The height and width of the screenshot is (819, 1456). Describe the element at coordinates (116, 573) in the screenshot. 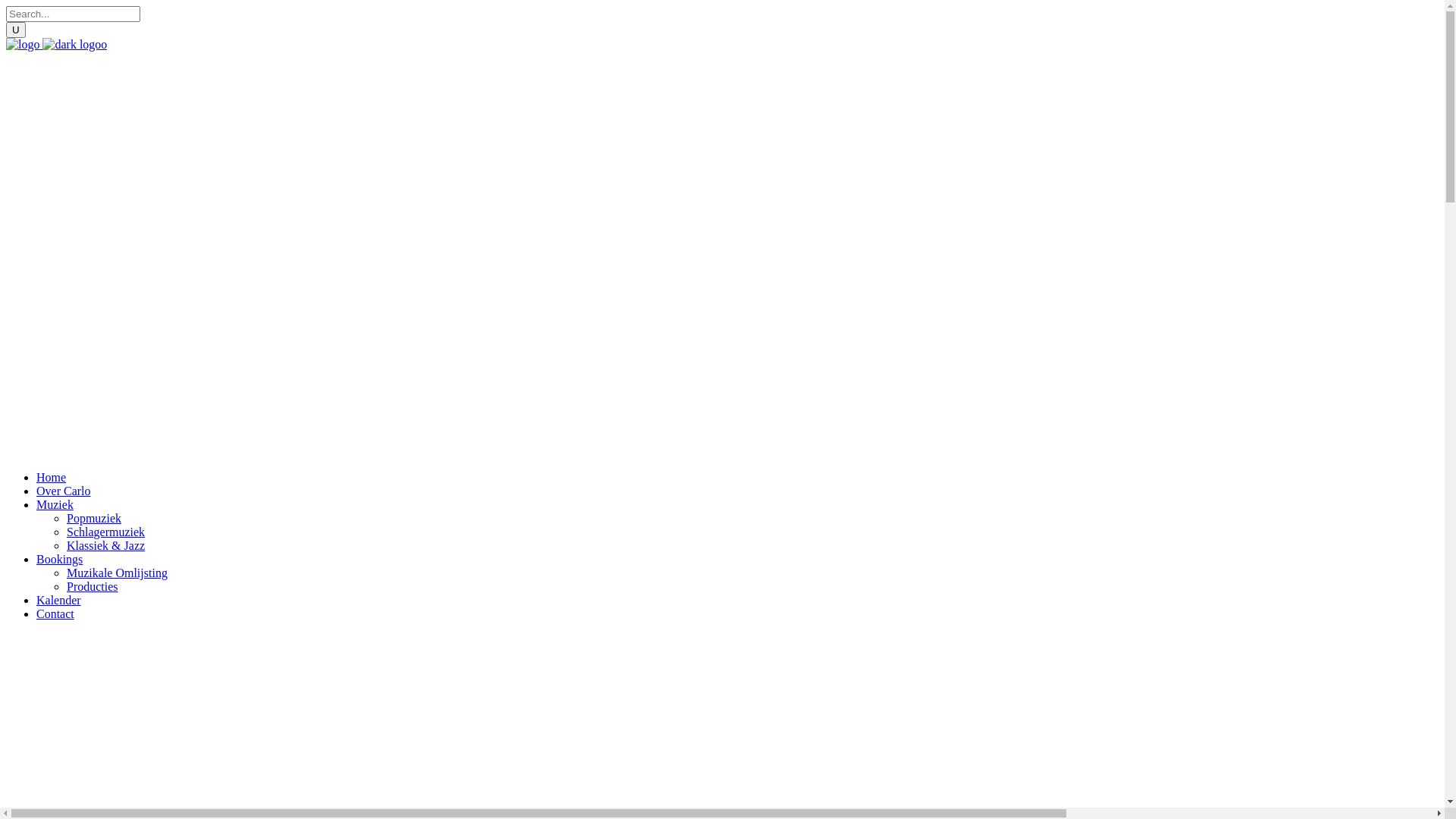

I see `'Muzikale Omlijsting'` at that location.